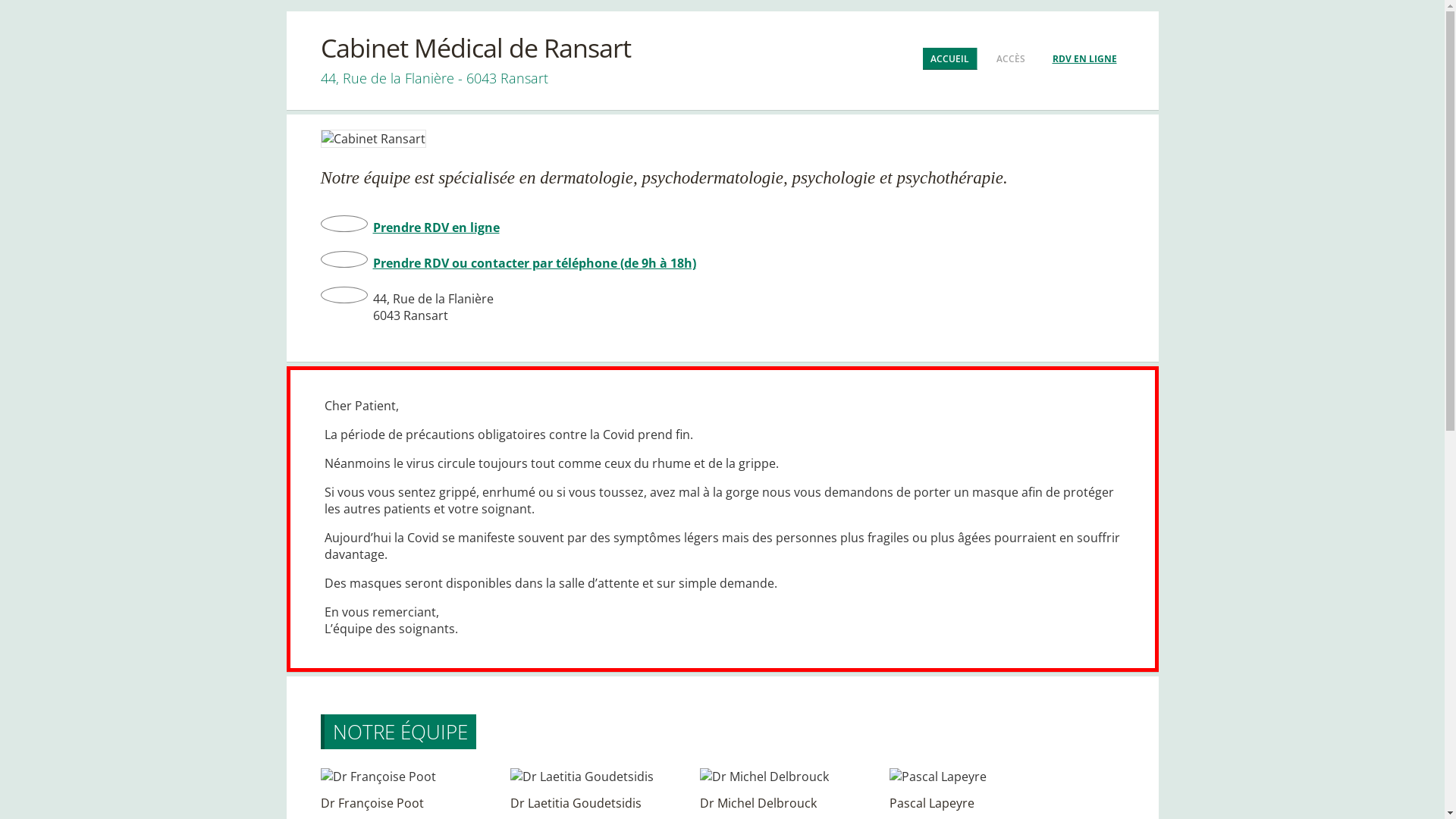  I want to click on 'RDV EN LIGNE', so click(1084, 58).